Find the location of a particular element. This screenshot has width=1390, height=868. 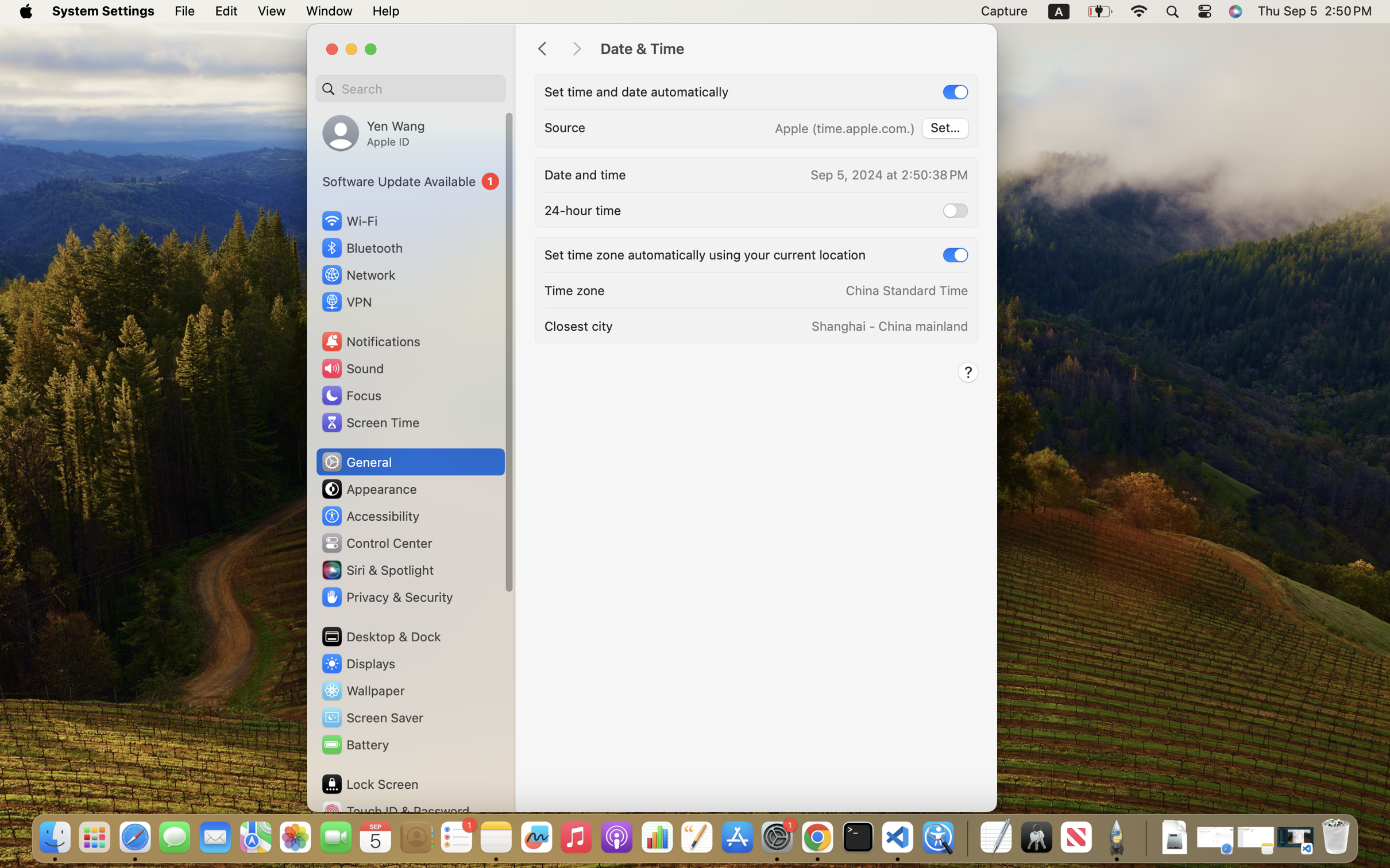

'Set time zone automatically using your current location' is located at coordinates (705, 254).